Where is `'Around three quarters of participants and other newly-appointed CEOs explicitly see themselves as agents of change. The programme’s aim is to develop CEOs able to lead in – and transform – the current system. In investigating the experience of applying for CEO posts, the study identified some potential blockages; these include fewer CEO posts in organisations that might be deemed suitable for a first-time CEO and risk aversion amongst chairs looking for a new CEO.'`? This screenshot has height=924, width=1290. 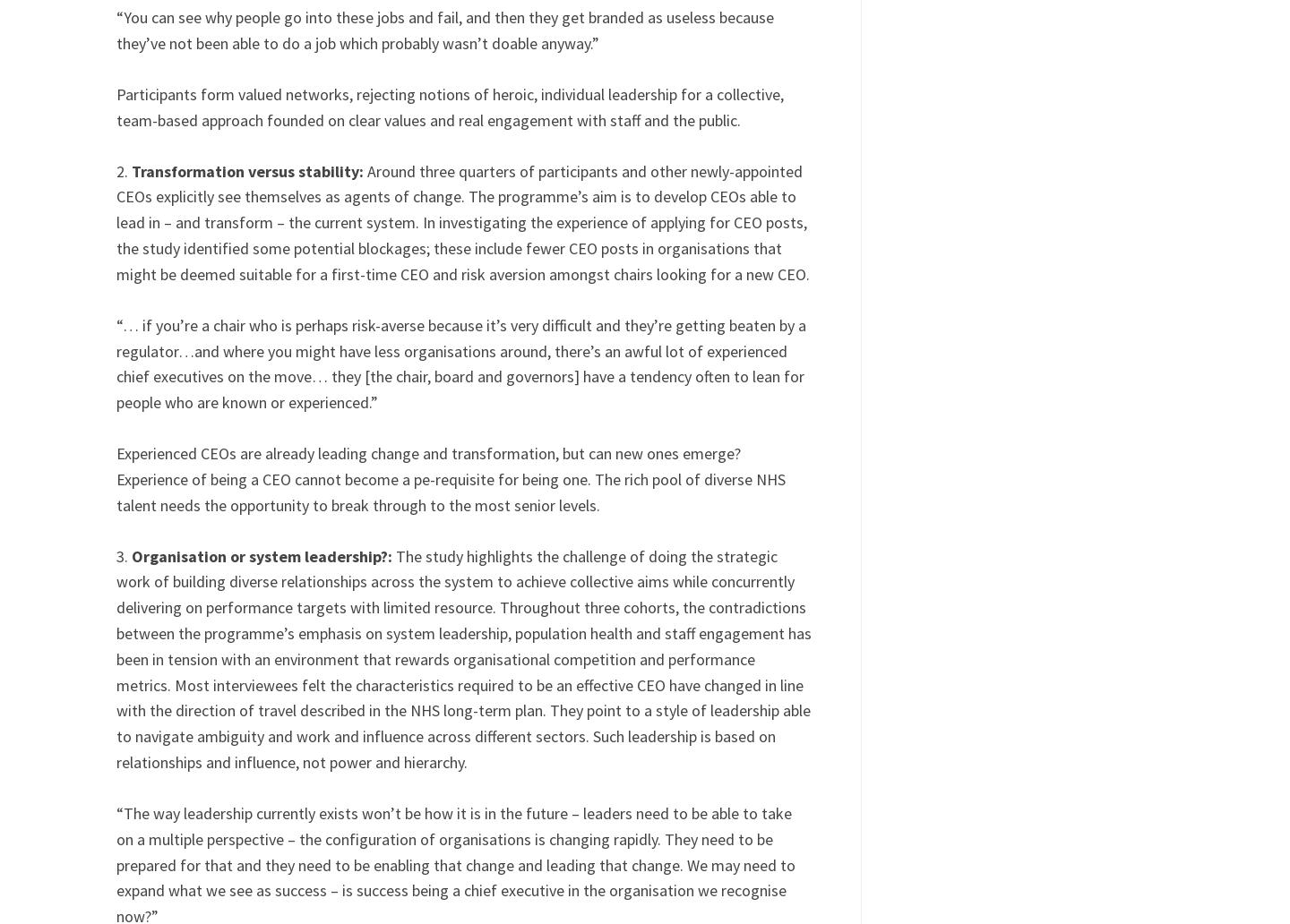
'Around three quarters of participants and other newly-appointed CEOs explicitly see themselves as agents of change. The programme’s aim is to develop CEOs able to lead in – and transform – the current system. In investigating the experience of applying for CEO posts, the study identified some potential blockages; these include fewer CEO posts in organisations that might be deemed suitable for a first-time CEO and risk aversion amongst chairs looking for a new CEO.' is located at coordinates (461, 220).